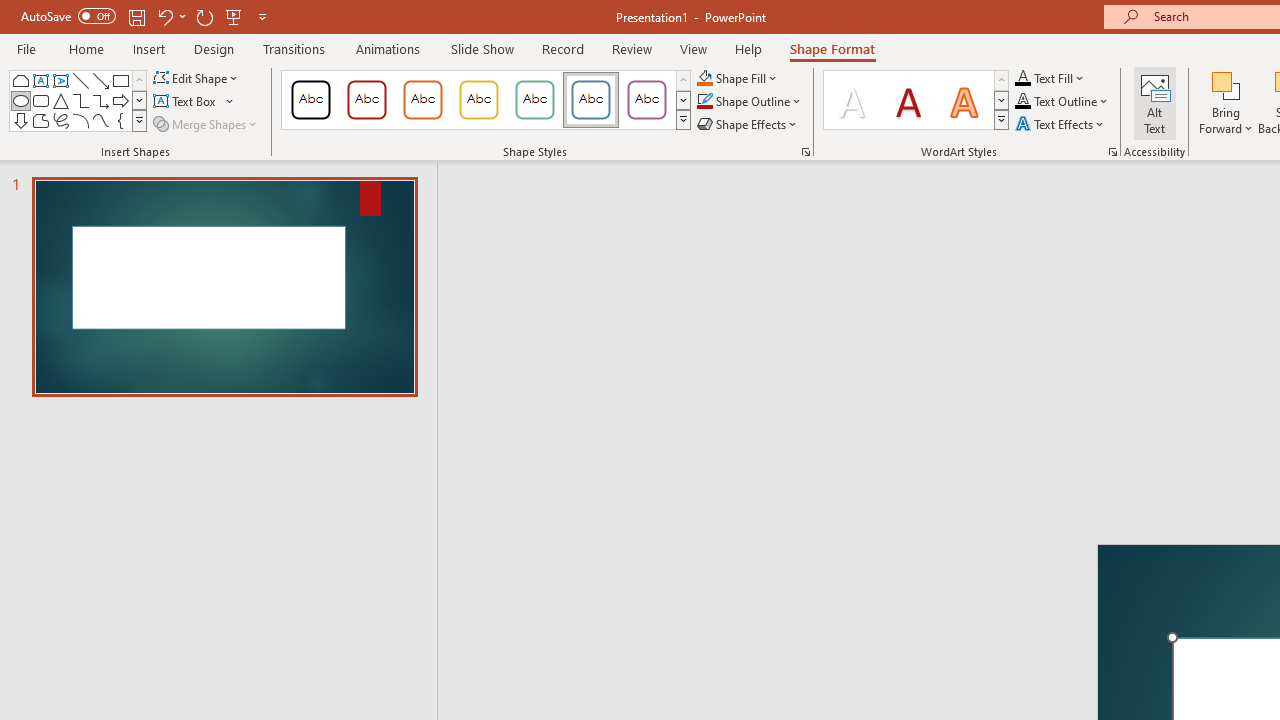  What do you see at coordinates (119, 120) in the screenshot?
I see `'Left Brace'` at bounding box center [119, 120].